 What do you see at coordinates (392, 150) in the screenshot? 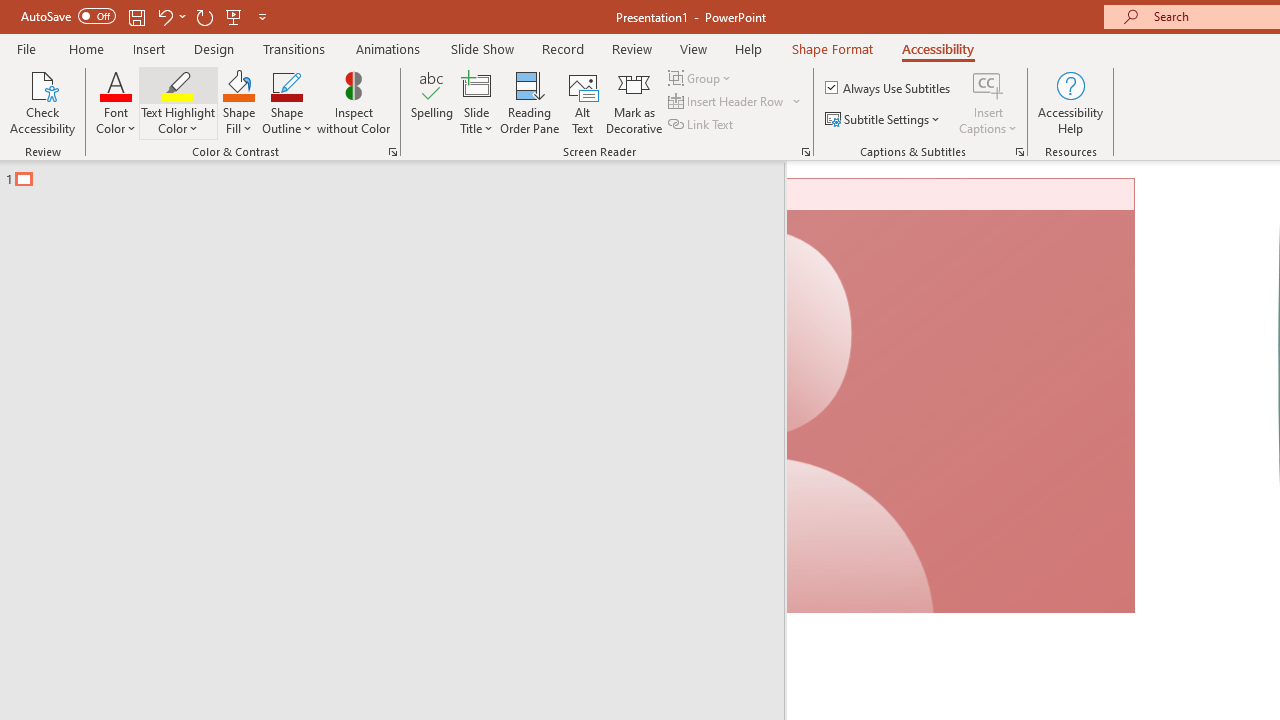
I see `'Color & Contrast'` at bounding box center [392, 150].